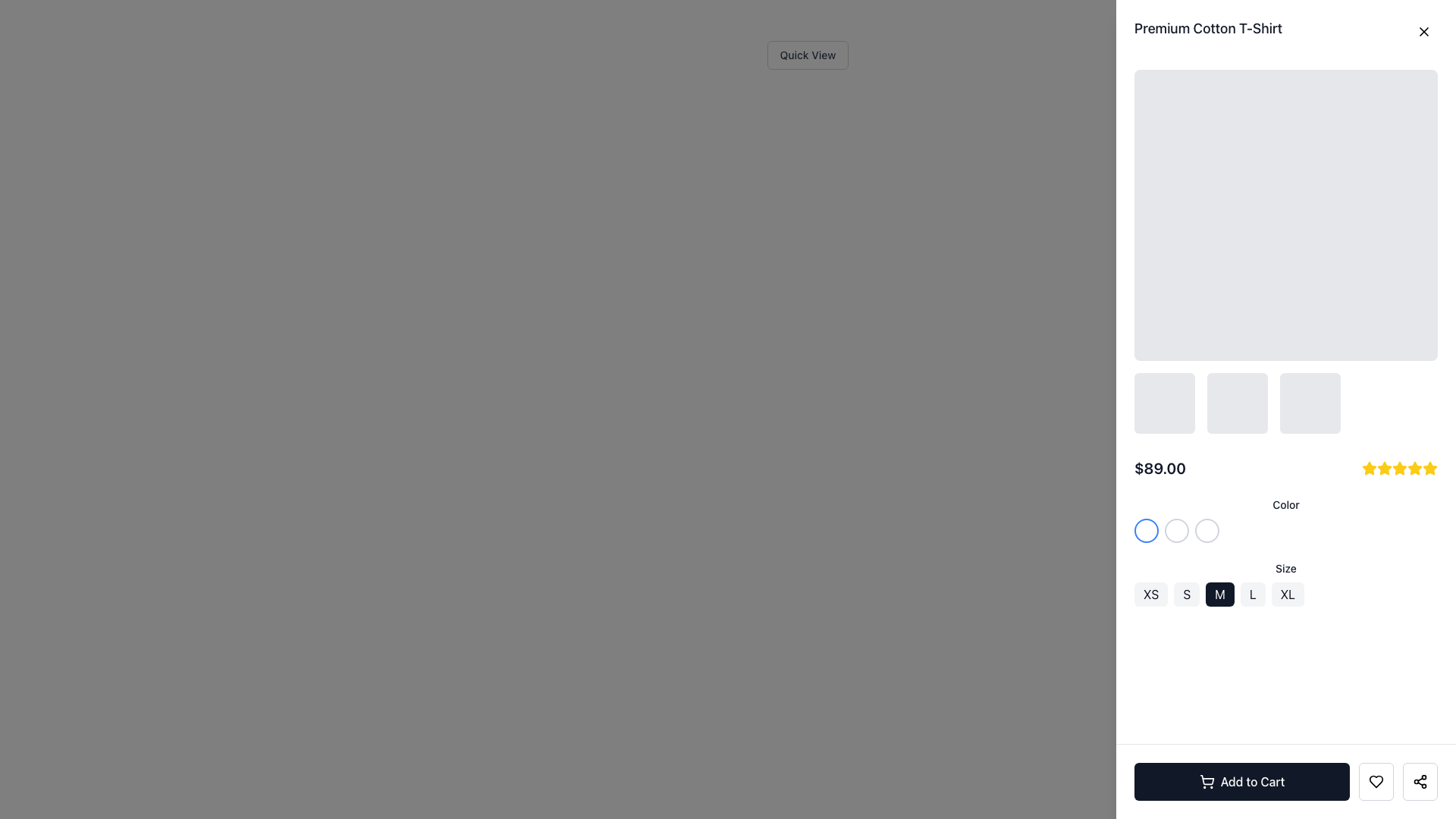  What do you see at coordinates (1220, 593) in the screenshot?
I see `the rounded rectangular button with a dark background and white 'M' text` at bounding box center [1220, 593].